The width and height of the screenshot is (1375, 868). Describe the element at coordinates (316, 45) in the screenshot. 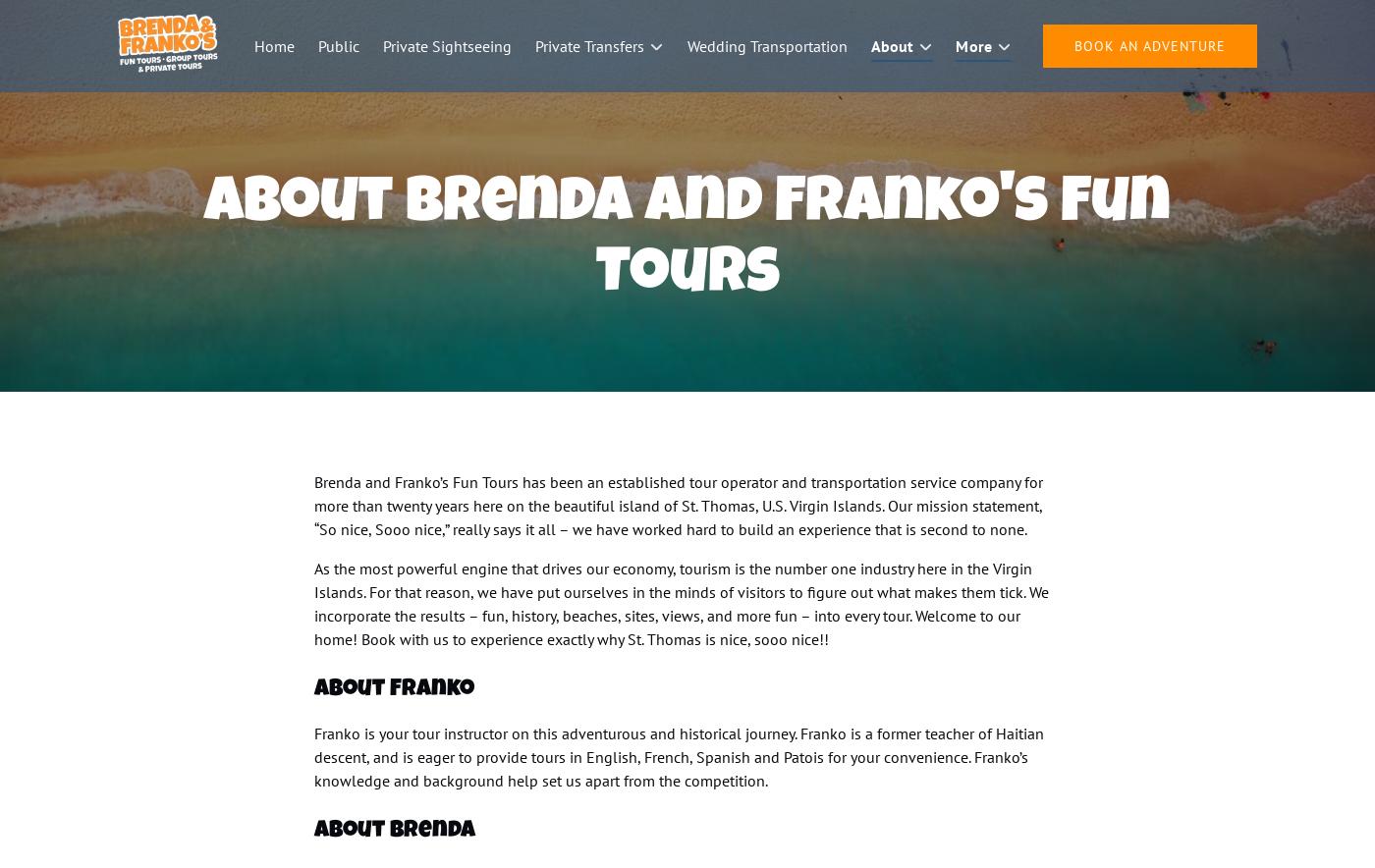

I see `'Public'` at that location.